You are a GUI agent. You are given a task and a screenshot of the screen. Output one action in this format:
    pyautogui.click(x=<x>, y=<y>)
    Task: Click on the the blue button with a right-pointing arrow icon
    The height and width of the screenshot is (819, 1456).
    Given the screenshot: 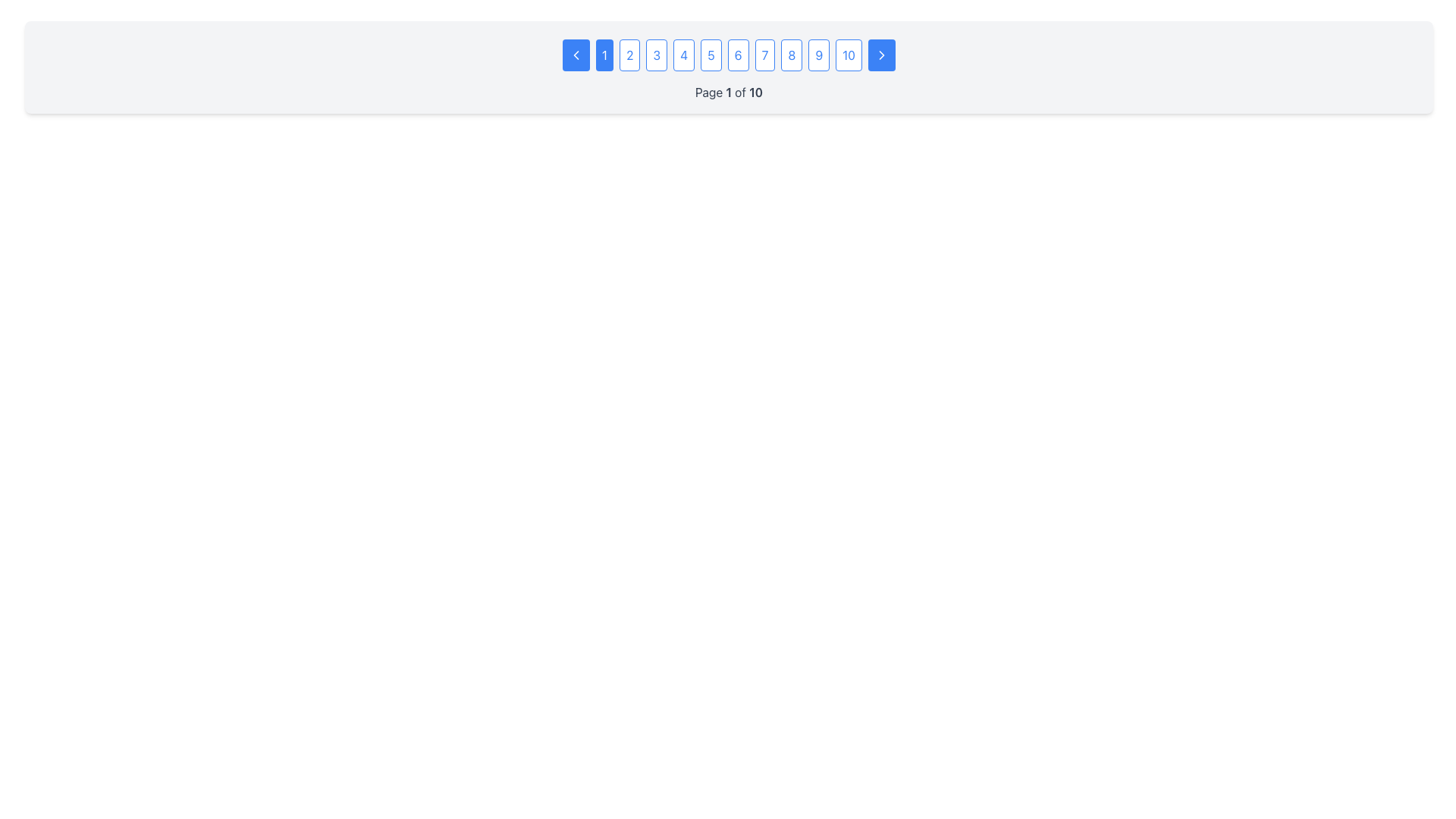 What is the action you would take?
    pyautogui.click(x=881, y=55)
    